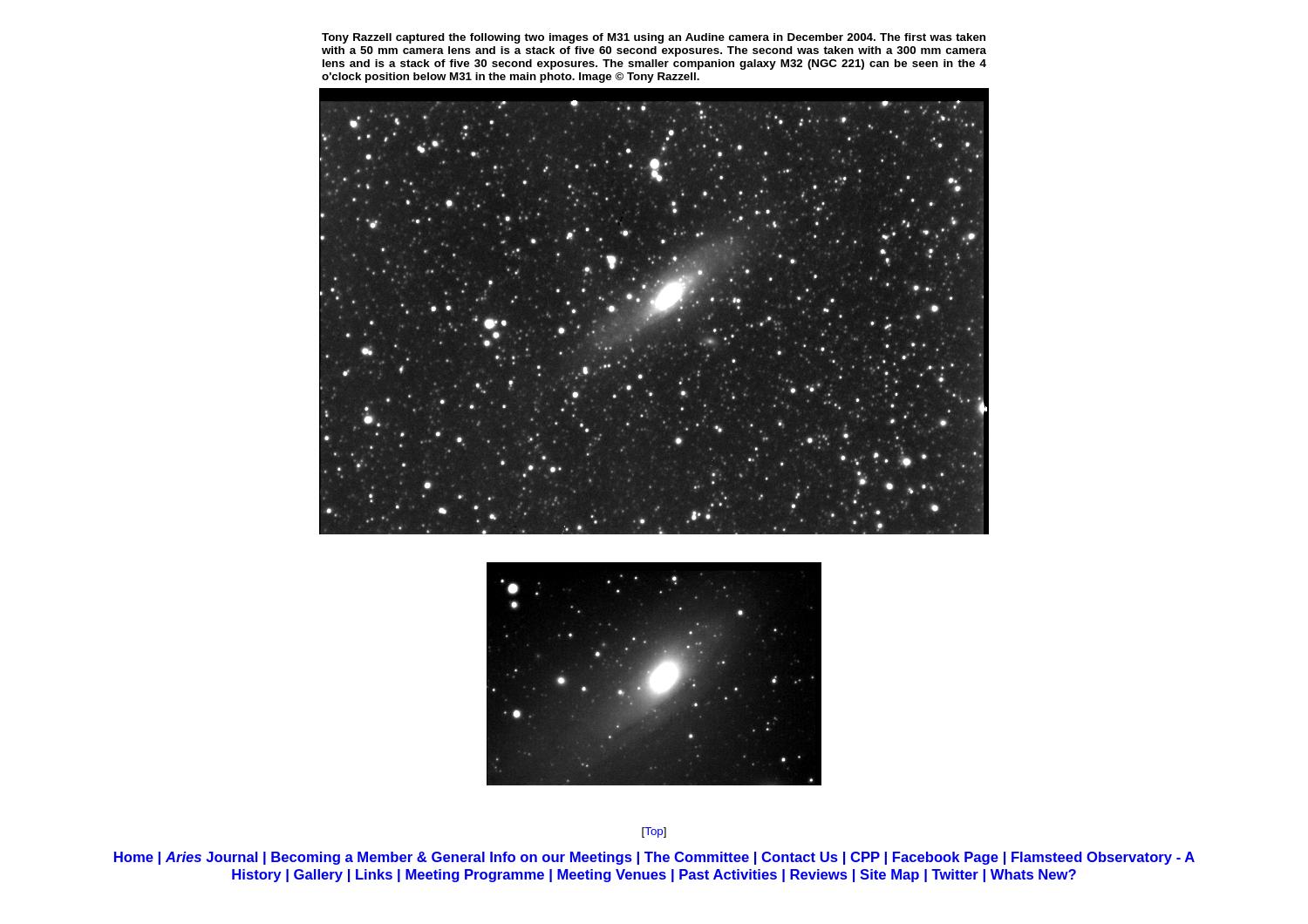 The image size is (1308, 924). Describe the element at coordinates (664, 829) in the screenshot. I see `']'` at that location.